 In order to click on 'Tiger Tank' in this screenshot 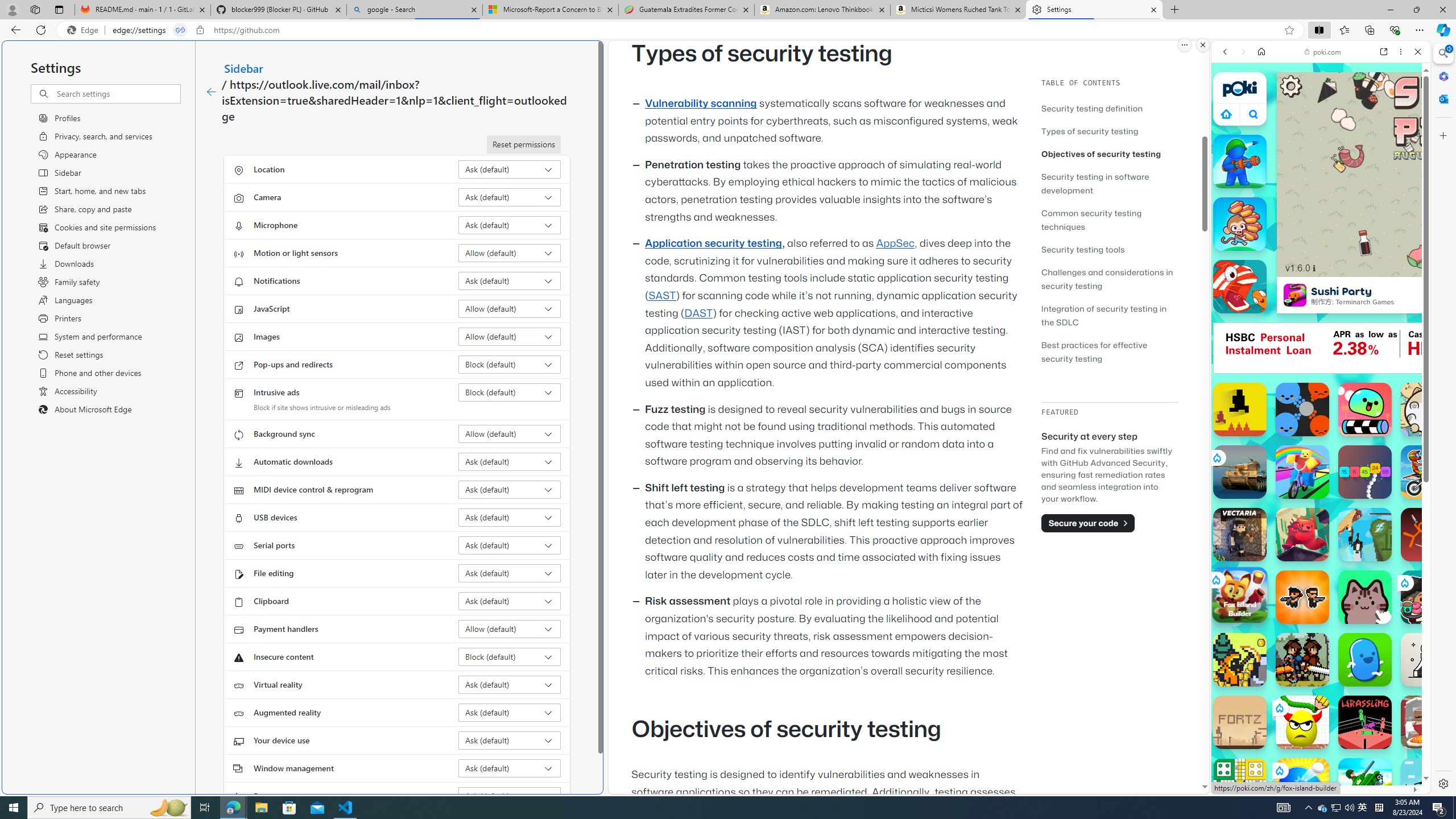, I will do `click(1239, 472)`.